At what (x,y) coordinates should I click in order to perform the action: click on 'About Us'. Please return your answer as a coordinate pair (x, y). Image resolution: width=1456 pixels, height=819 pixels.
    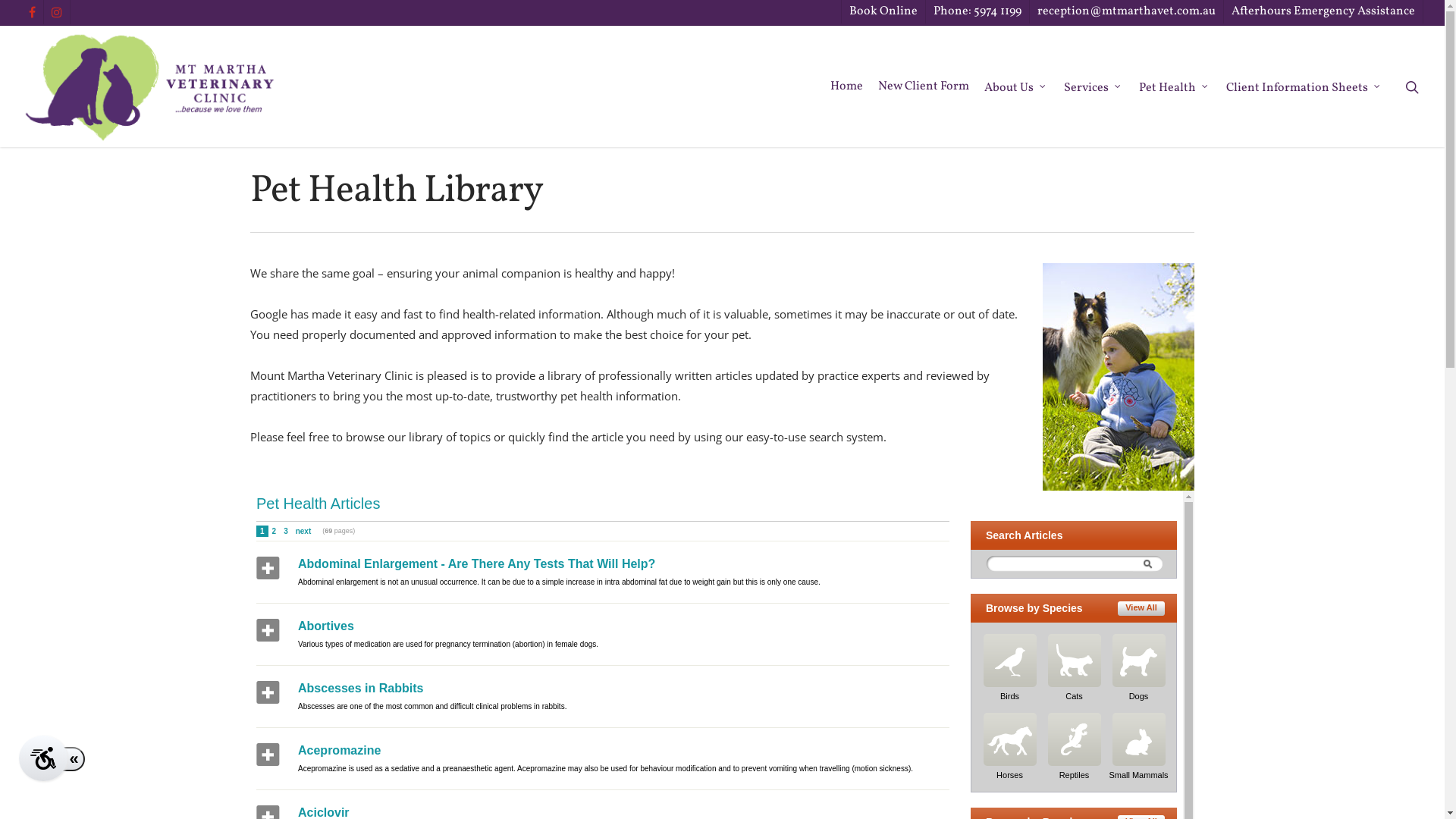
    Looking at the image, I should click on (984, 86).